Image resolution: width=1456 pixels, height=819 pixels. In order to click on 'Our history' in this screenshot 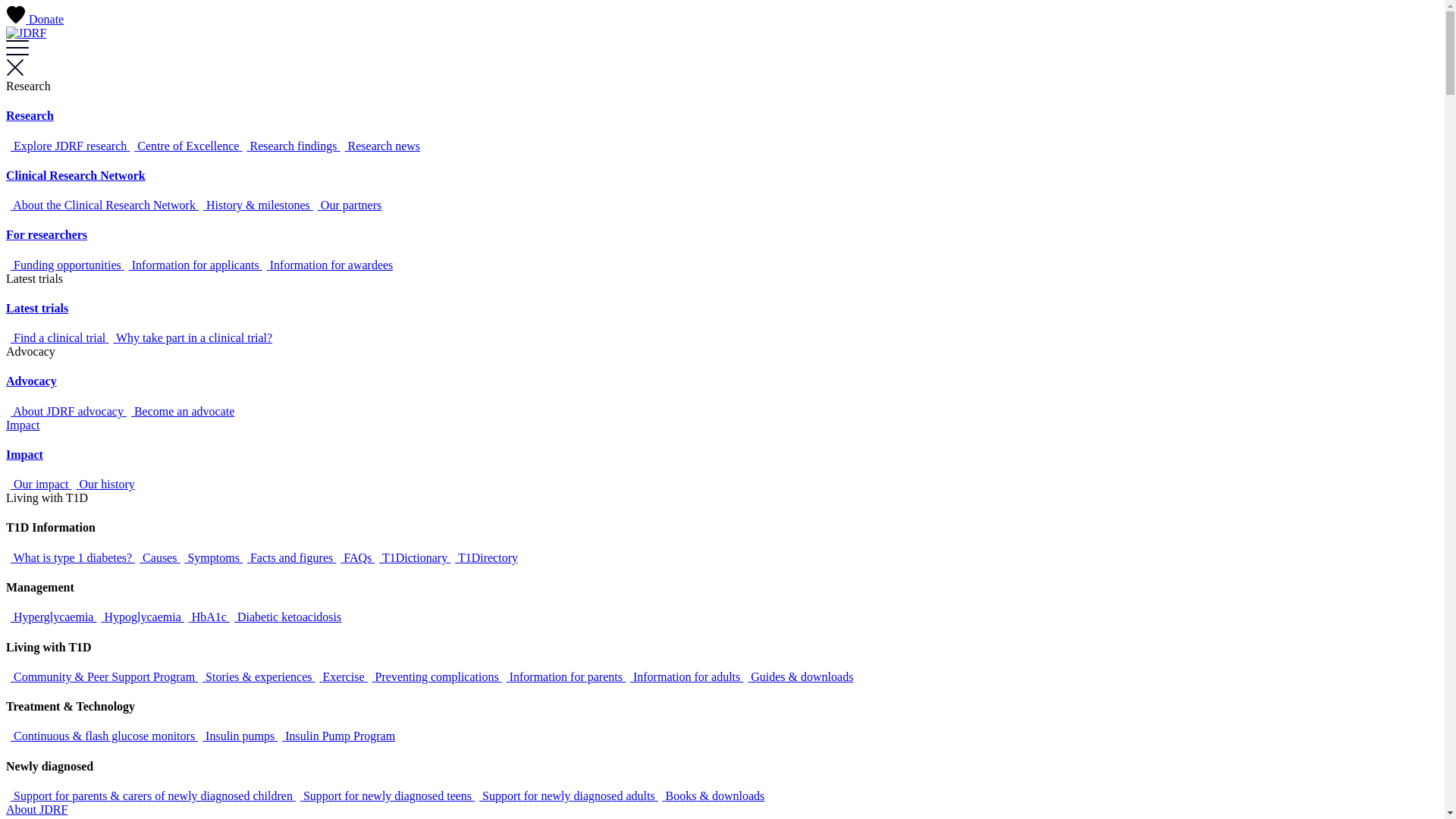, I will do `click(102, 484)`.